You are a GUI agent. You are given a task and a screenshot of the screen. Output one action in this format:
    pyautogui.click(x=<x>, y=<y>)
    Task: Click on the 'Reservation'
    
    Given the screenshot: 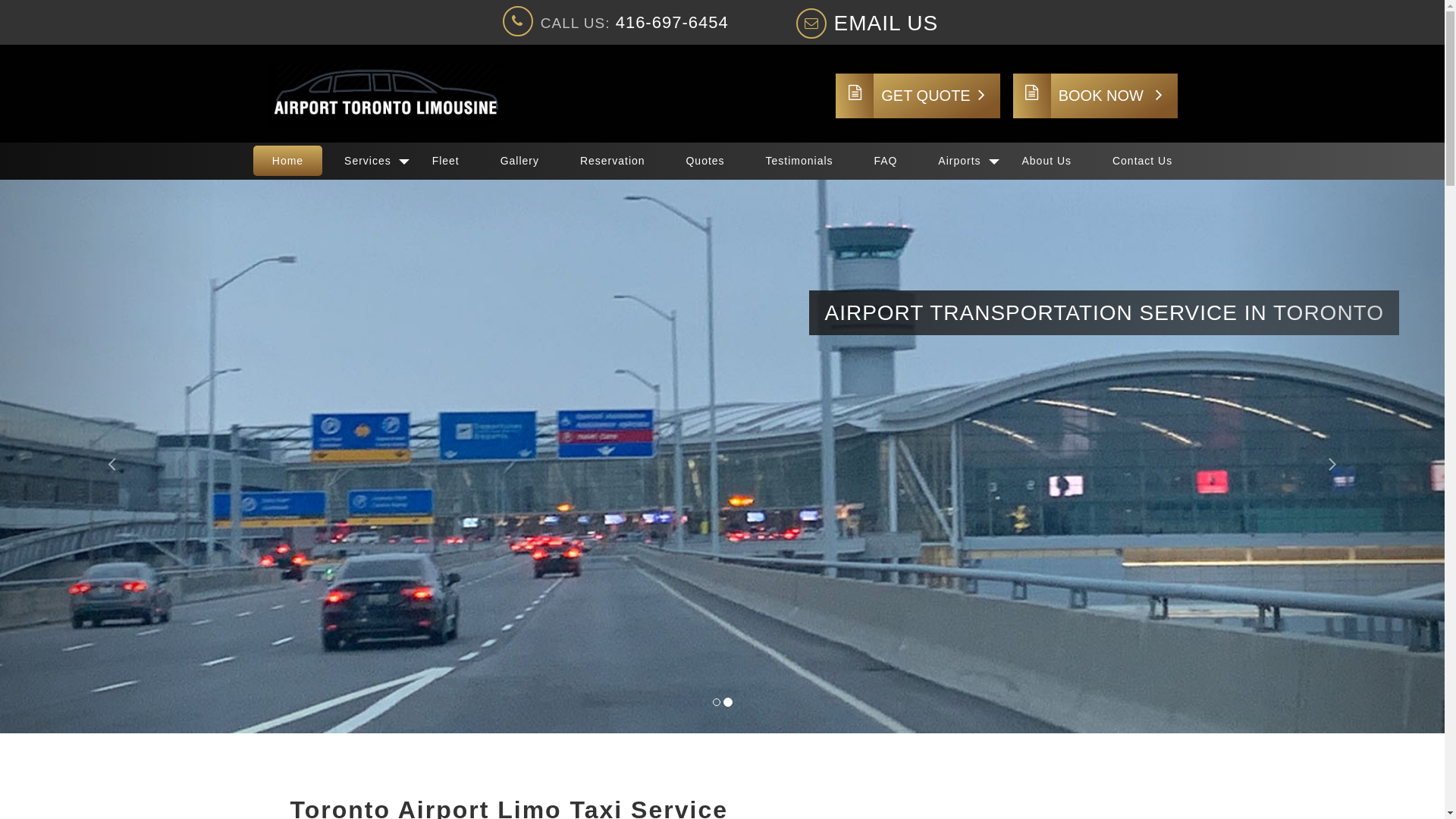 What is the action you would take?
    pyautogui.click(x=612, y=161)
    